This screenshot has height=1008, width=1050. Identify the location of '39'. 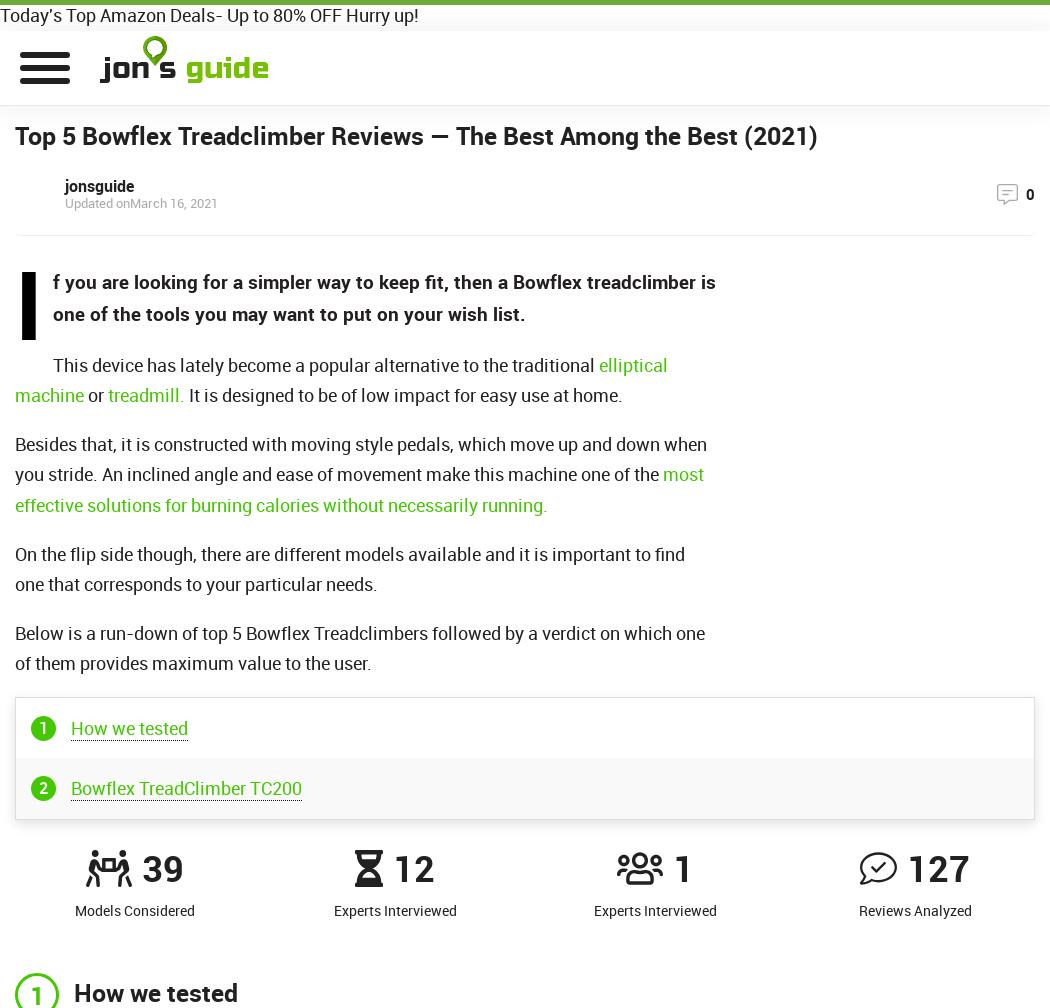
(162, 867).